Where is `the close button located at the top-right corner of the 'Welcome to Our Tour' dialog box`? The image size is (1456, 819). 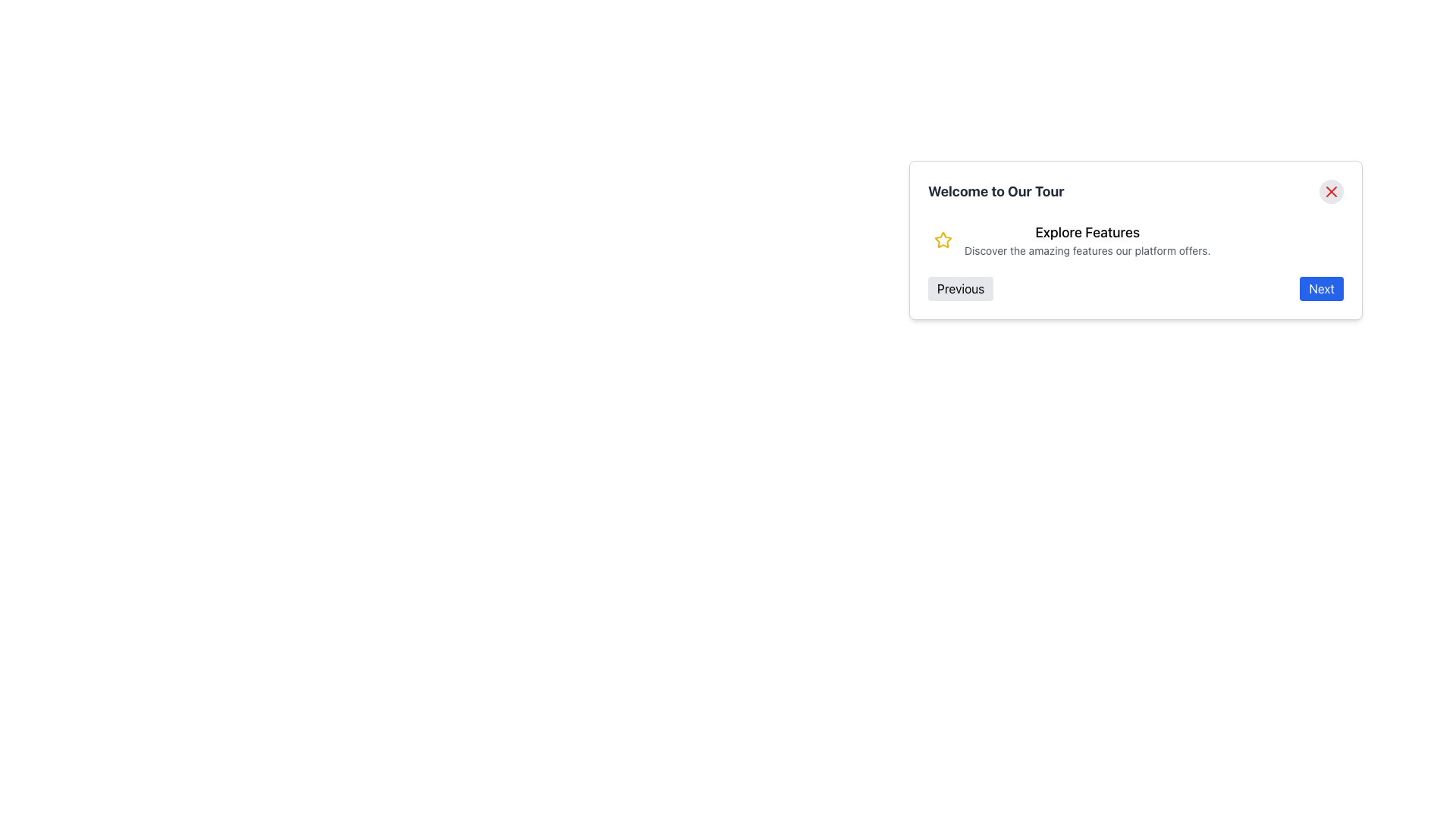
the close button located at the top-right corner of the 'Welcome to Our Tour' dialog box is located at coordinates (1331, 191).